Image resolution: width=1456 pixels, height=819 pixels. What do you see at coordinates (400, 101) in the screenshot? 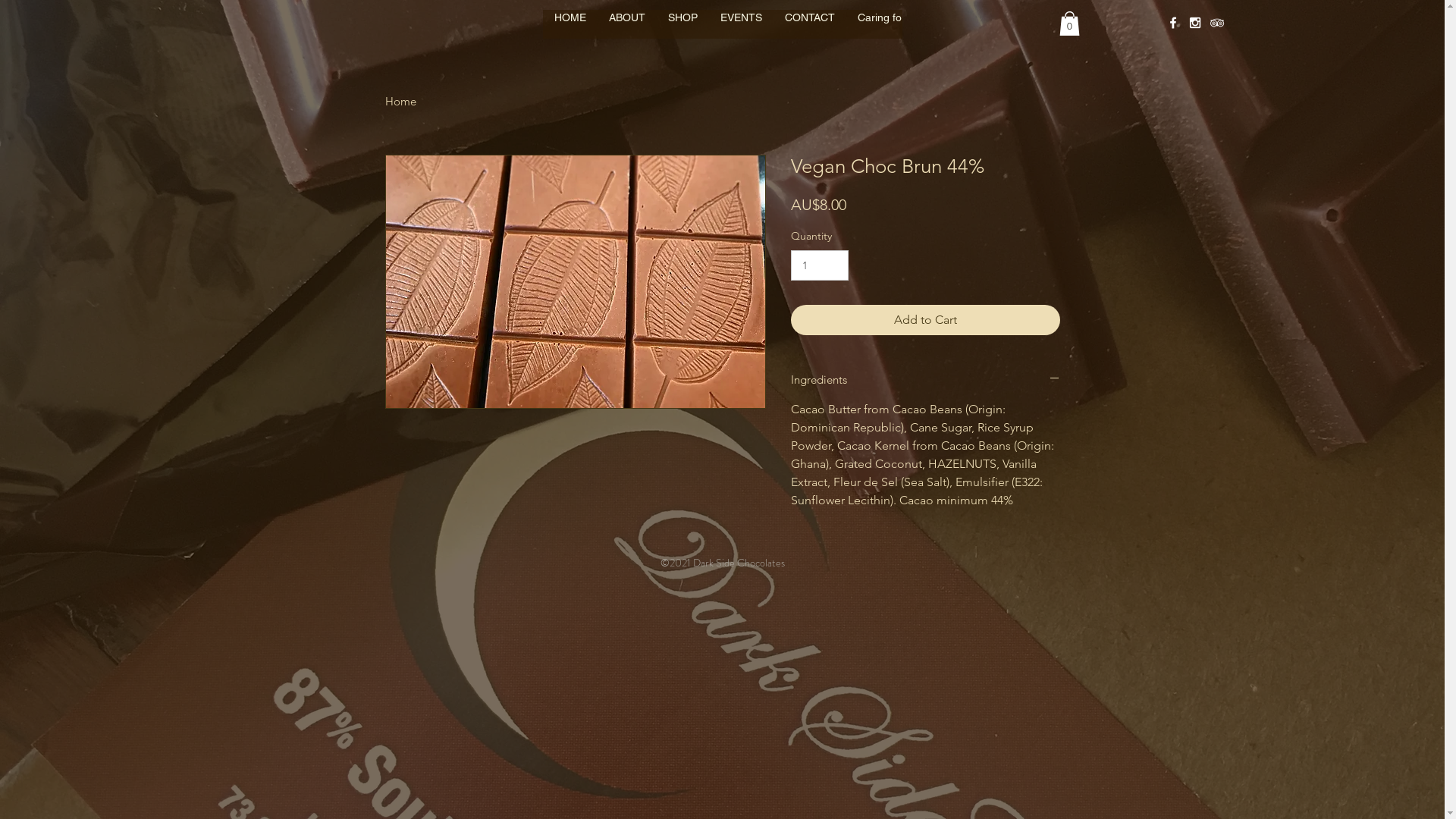
I see `'Home'` at bounding box center [400, 101].